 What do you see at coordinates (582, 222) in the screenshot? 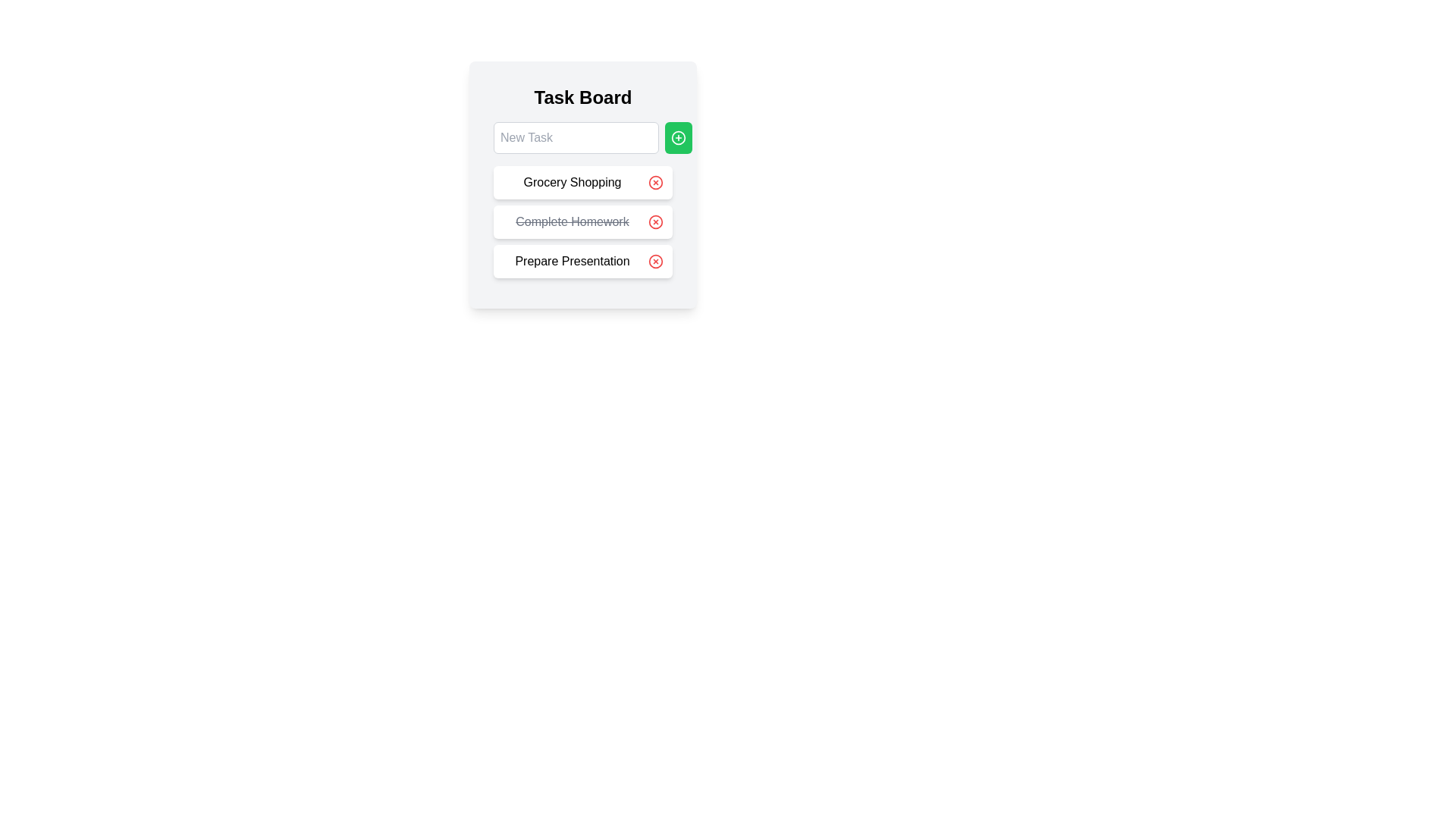
I see `the text of the second task in the list, which is displayed within a rectangular box under the 'Task Board' labeled as 'Grocery Shopping' and 'Prepare Presentation'` at bounding box center [582, 222].